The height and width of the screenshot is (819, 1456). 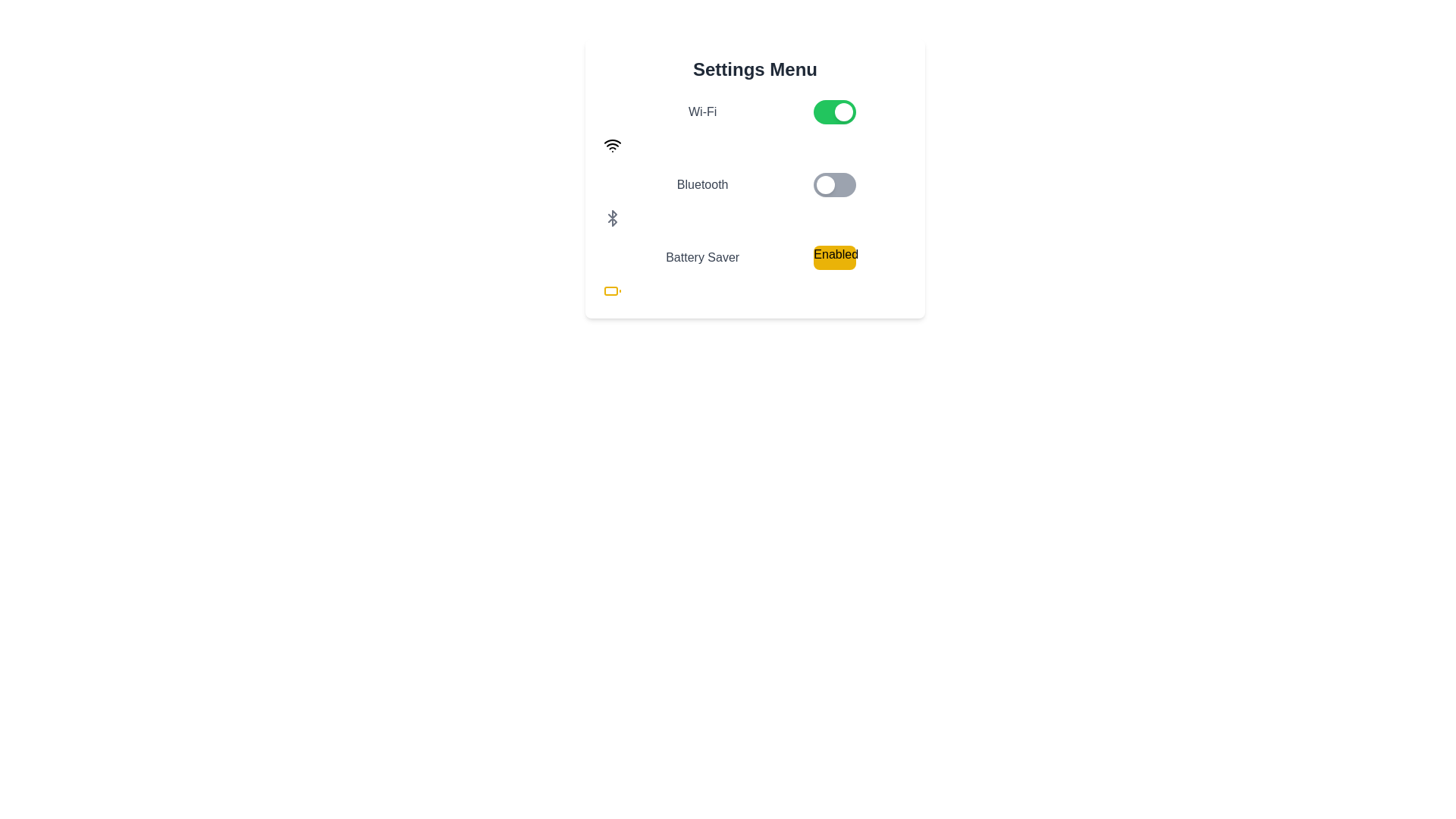 What do you see at coordinates (755, 199) in the screenshot?
I see `the Bluetooth toggle switch located between the Wi-Fi and Battery Saver toggle switches` at bounding box center [755, 199].